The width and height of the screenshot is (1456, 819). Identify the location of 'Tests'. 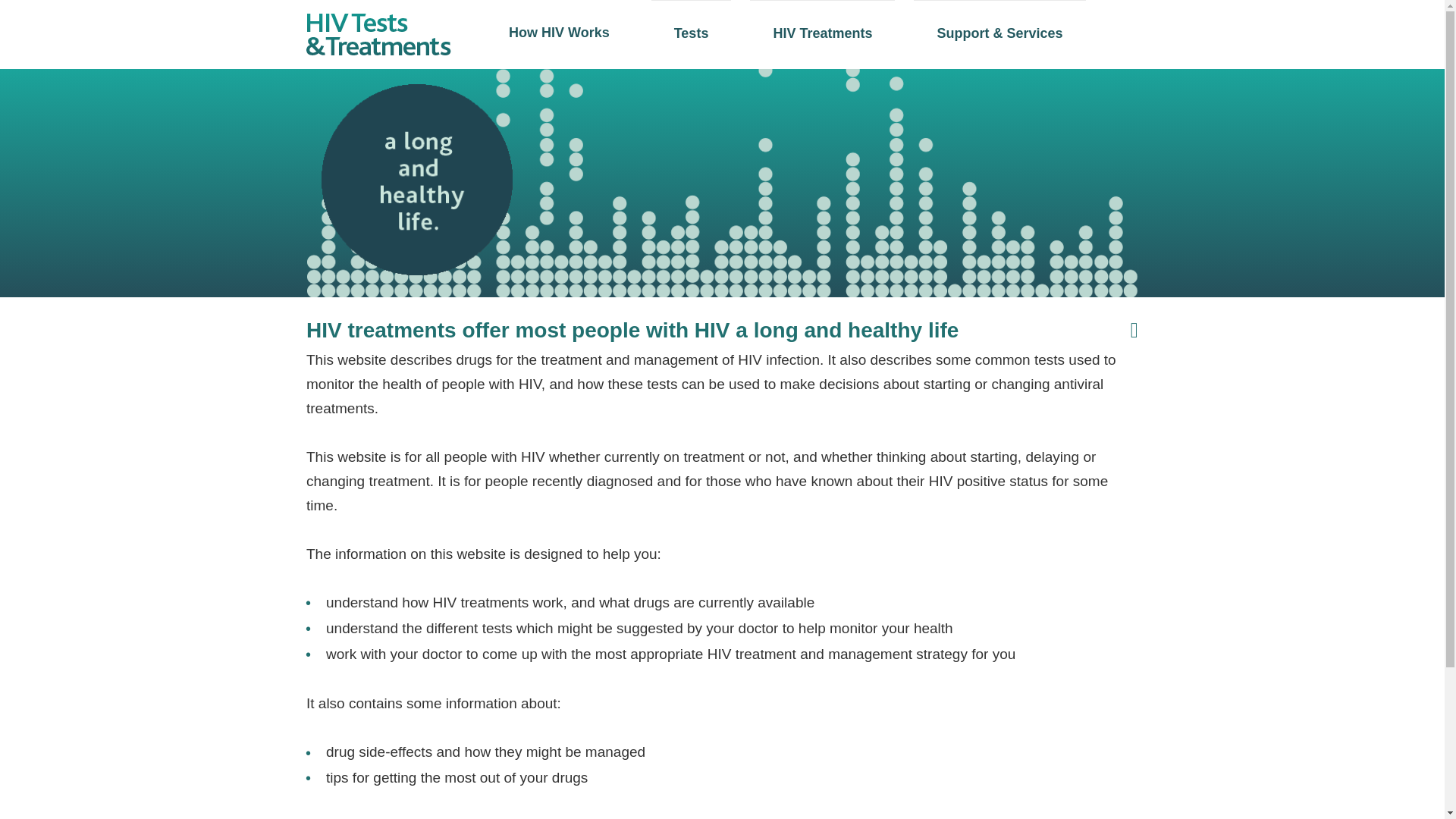
(691, 33).